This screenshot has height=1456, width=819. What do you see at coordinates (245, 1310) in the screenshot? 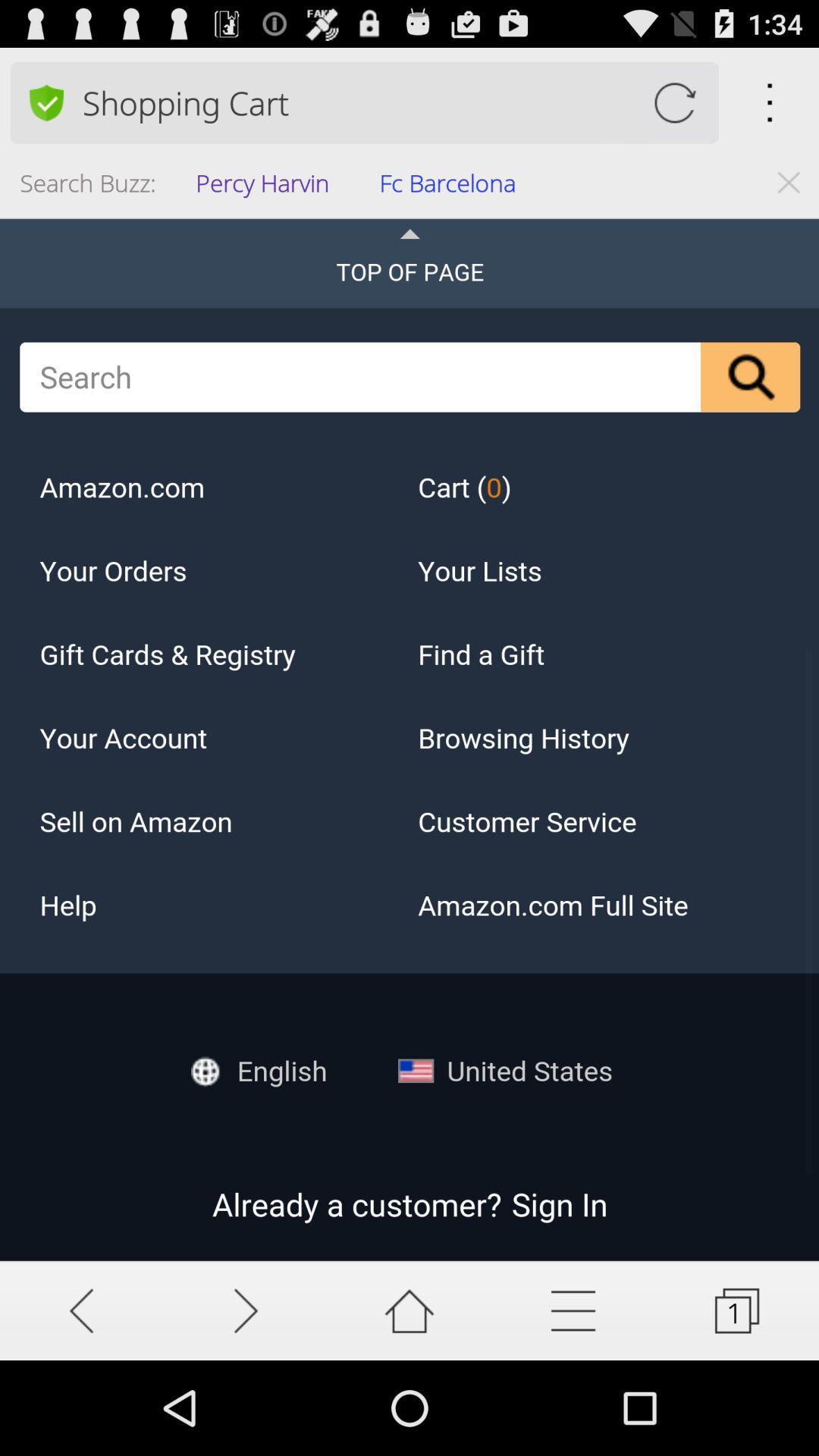
I see `forward` at bounding box center [245, 1310].